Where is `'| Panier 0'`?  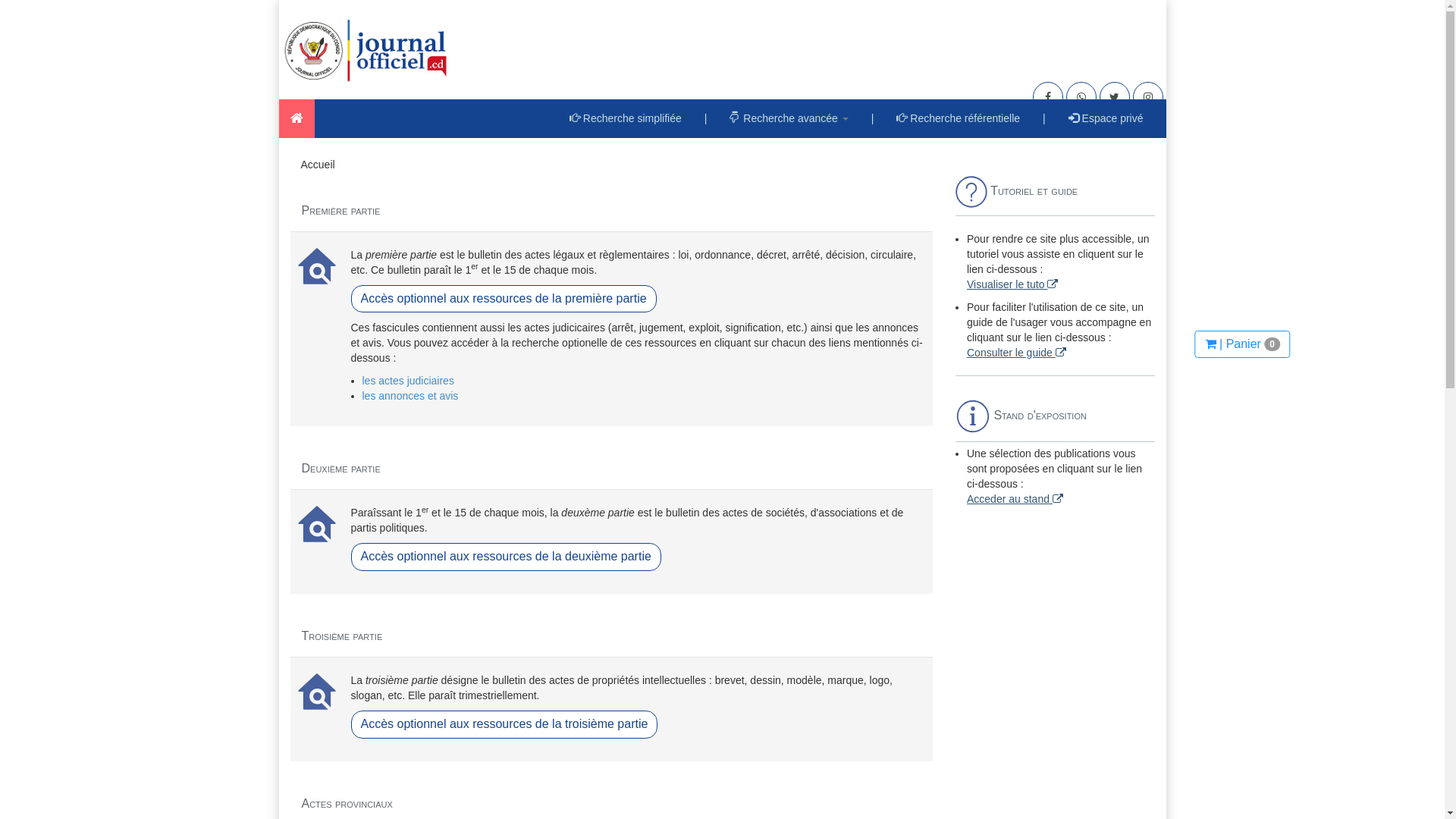 '| Panier 0' is located at coordinates (1194, 344).